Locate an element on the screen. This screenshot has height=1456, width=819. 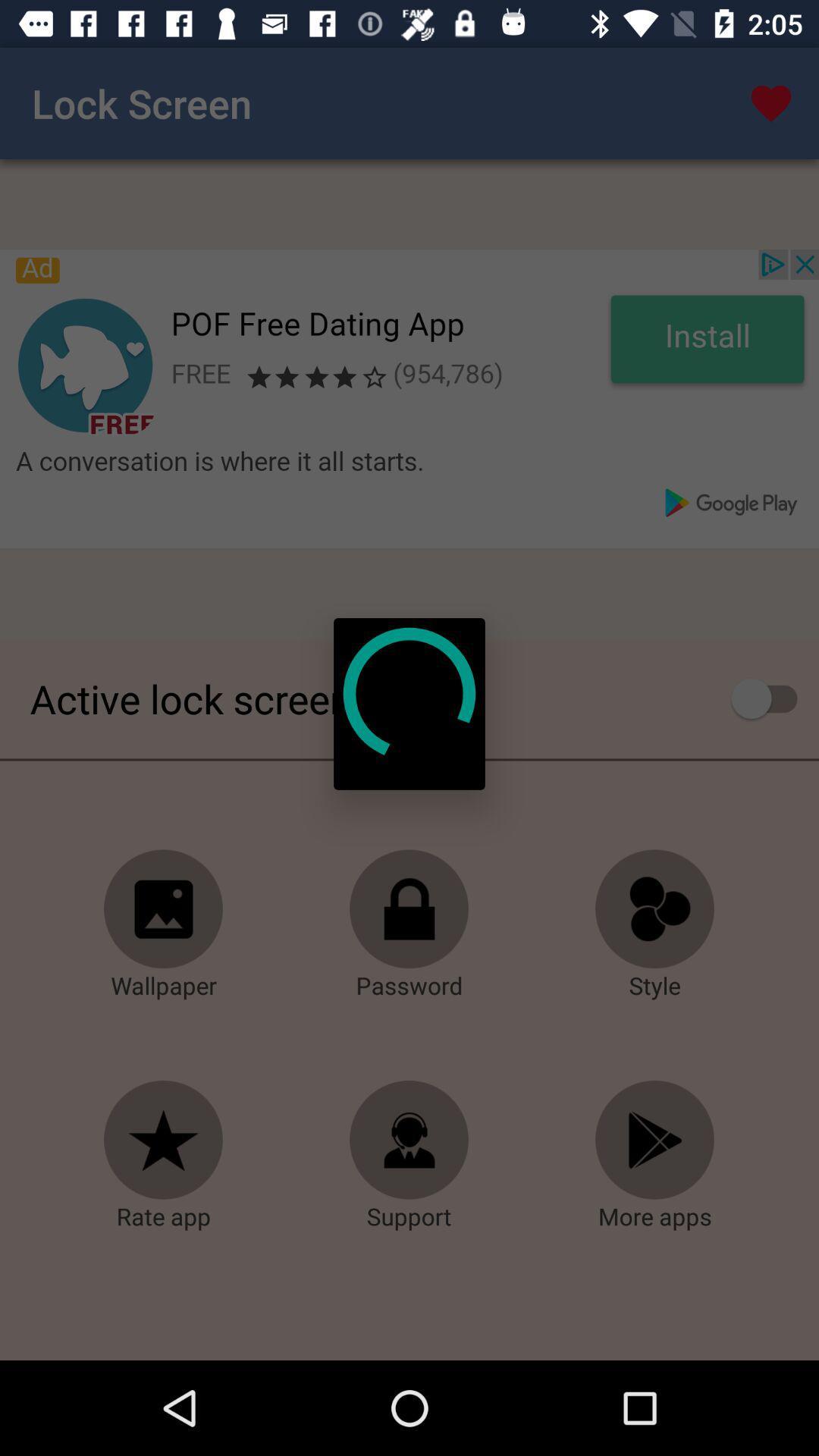
lock is located at coordinates (409, 909).